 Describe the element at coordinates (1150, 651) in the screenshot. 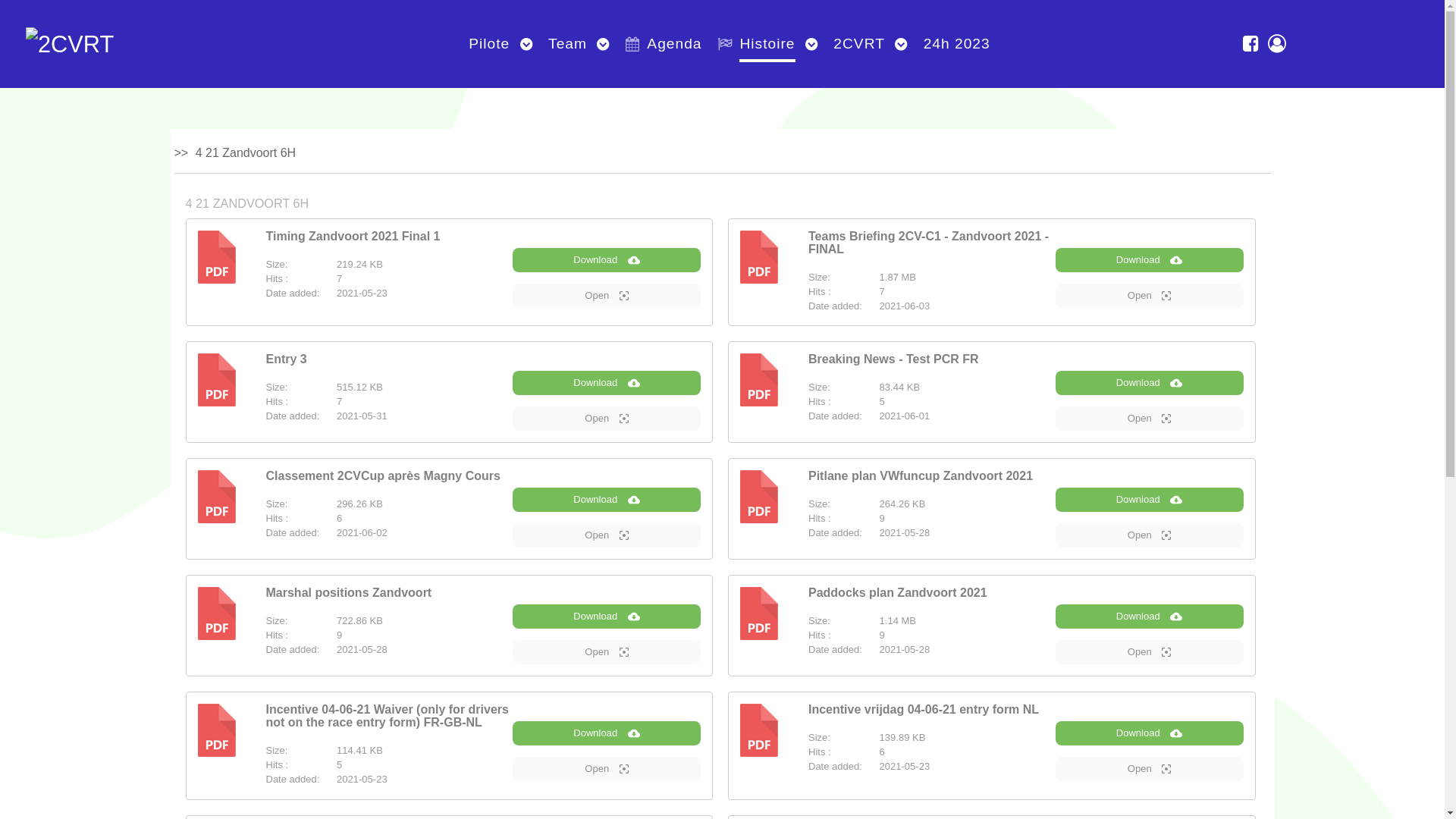

I see `'Open'` at that location.